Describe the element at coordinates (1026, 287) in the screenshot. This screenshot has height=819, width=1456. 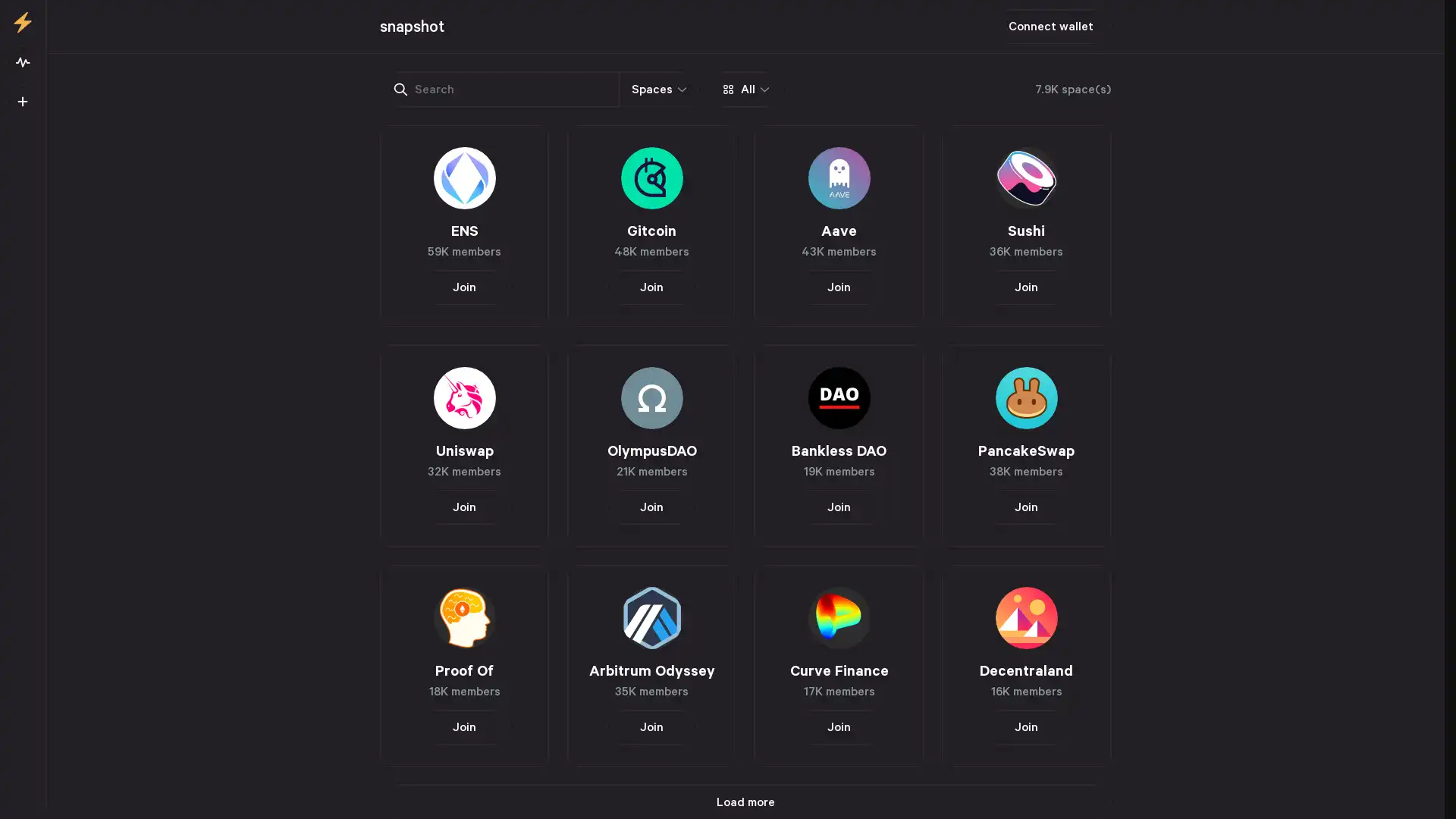
I see `Join` at that location.